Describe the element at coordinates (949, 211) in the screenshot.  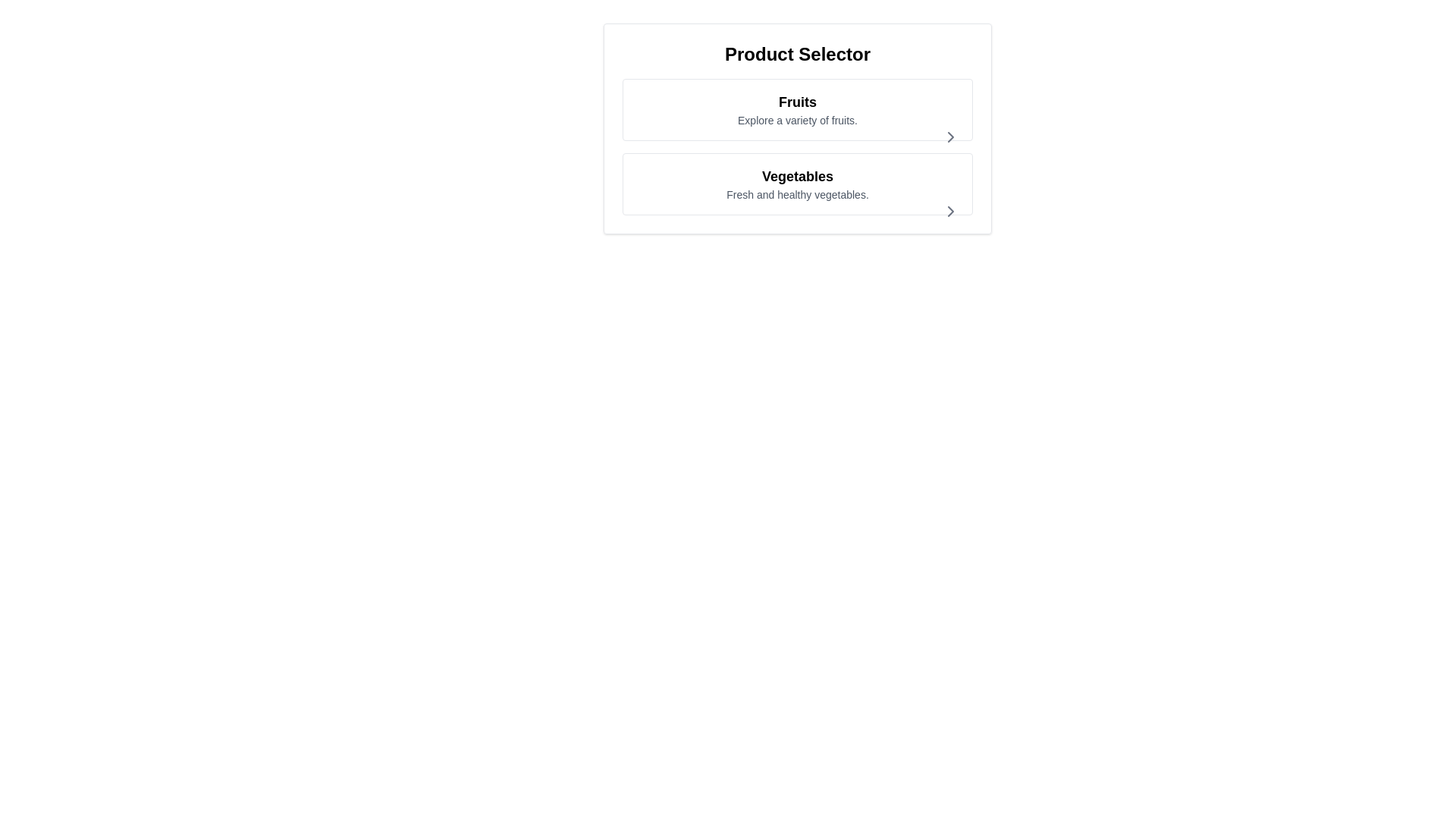
I see `the chevron icon on the far right of the 'Vegetables' card in the 'Product Selector' section` at that location.